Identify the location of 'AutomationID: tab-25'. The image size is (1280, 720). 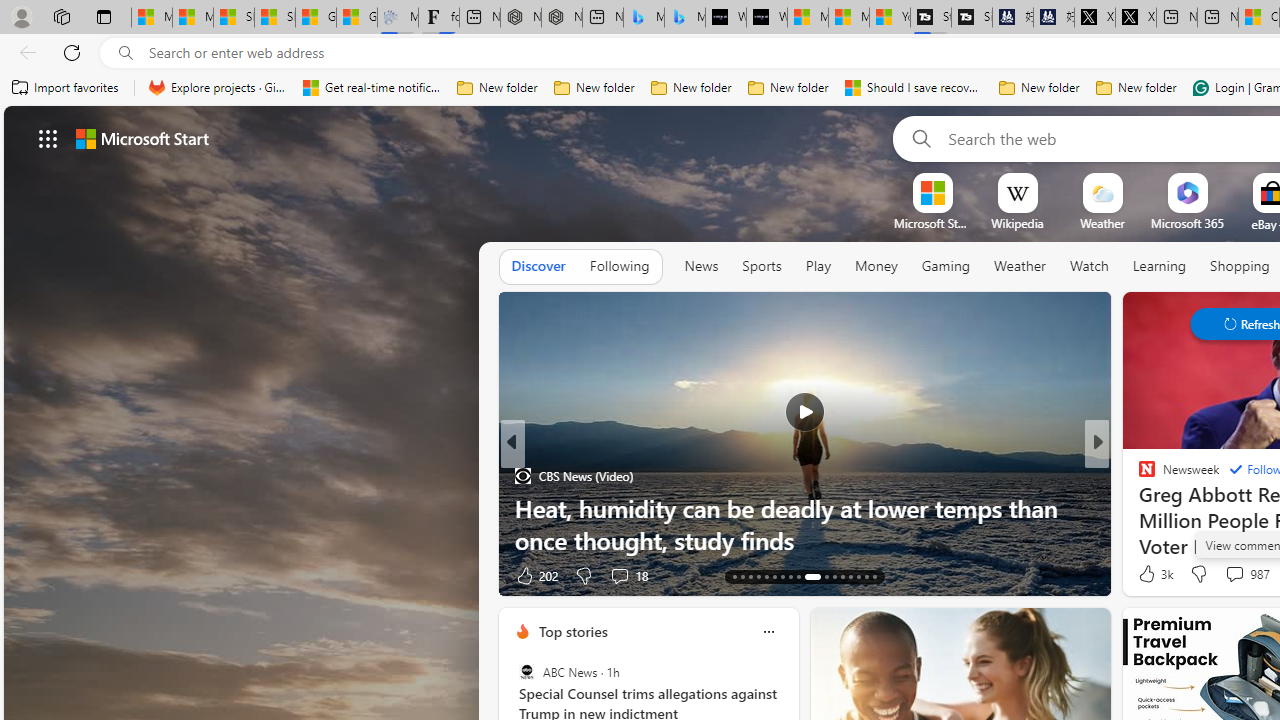
(842, 577).